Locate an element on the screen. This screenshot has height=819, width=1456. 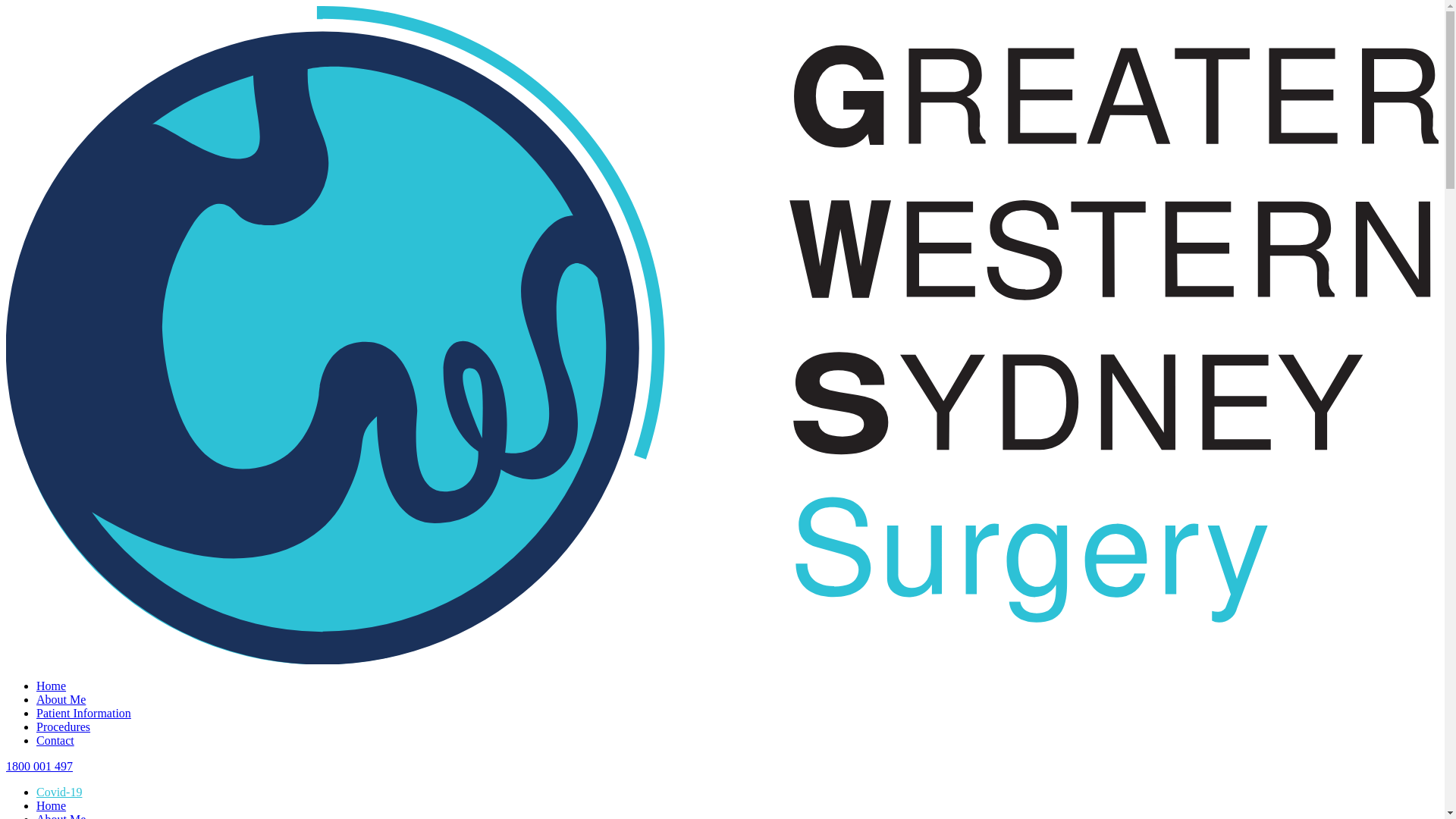
'Covid-19' is located at coordinates (58, 791).